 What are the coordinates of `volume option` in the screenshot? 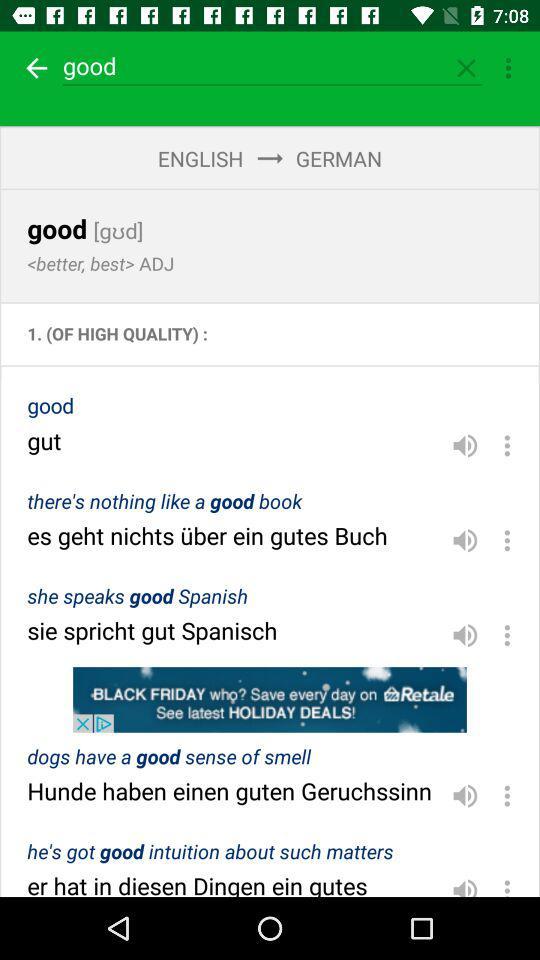 It's located at (465, 445).